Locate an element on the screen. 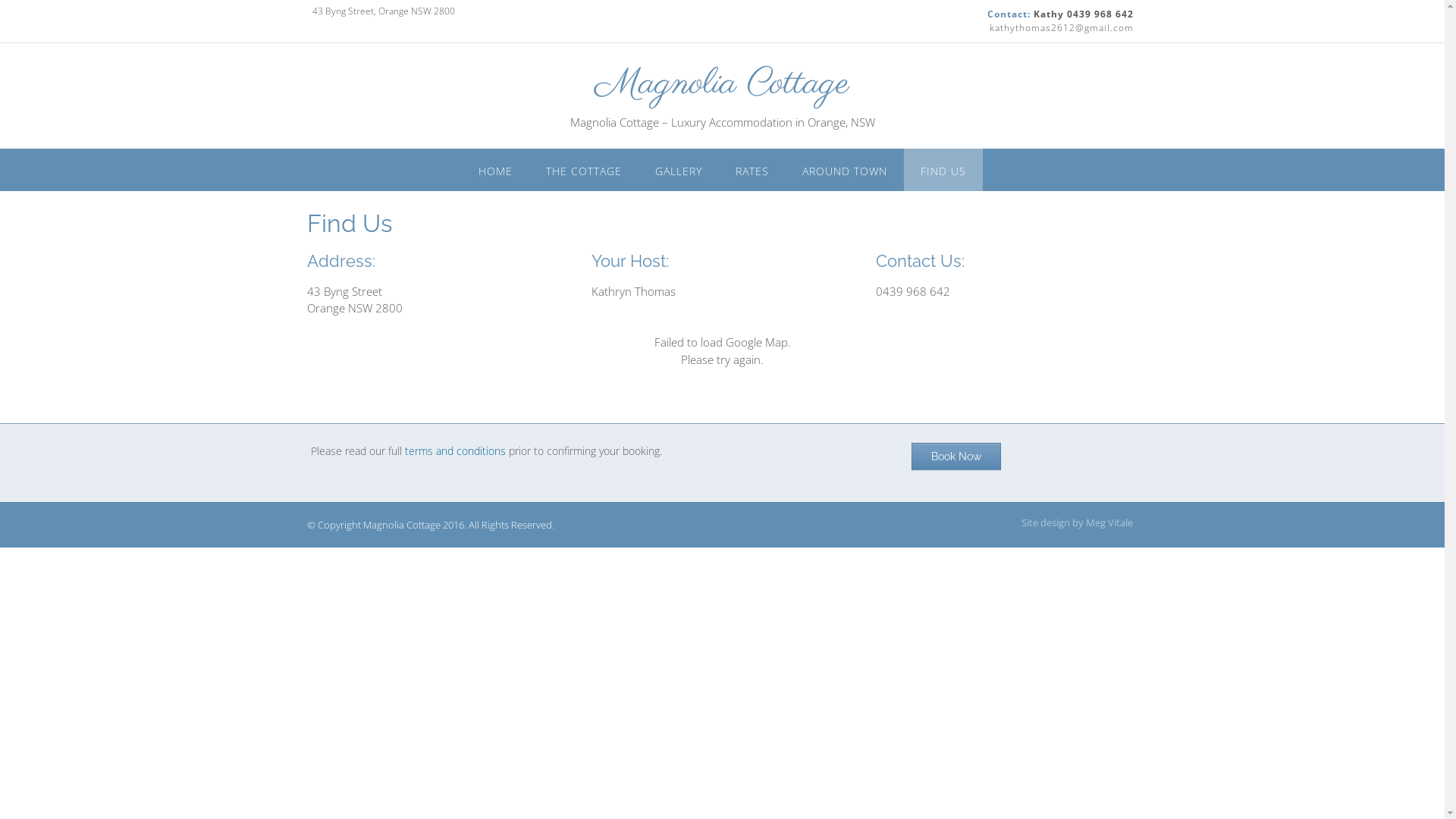 The width and height of the screenshot is (1456, 819). 'Book Now' is located at coordinates (955, 455).